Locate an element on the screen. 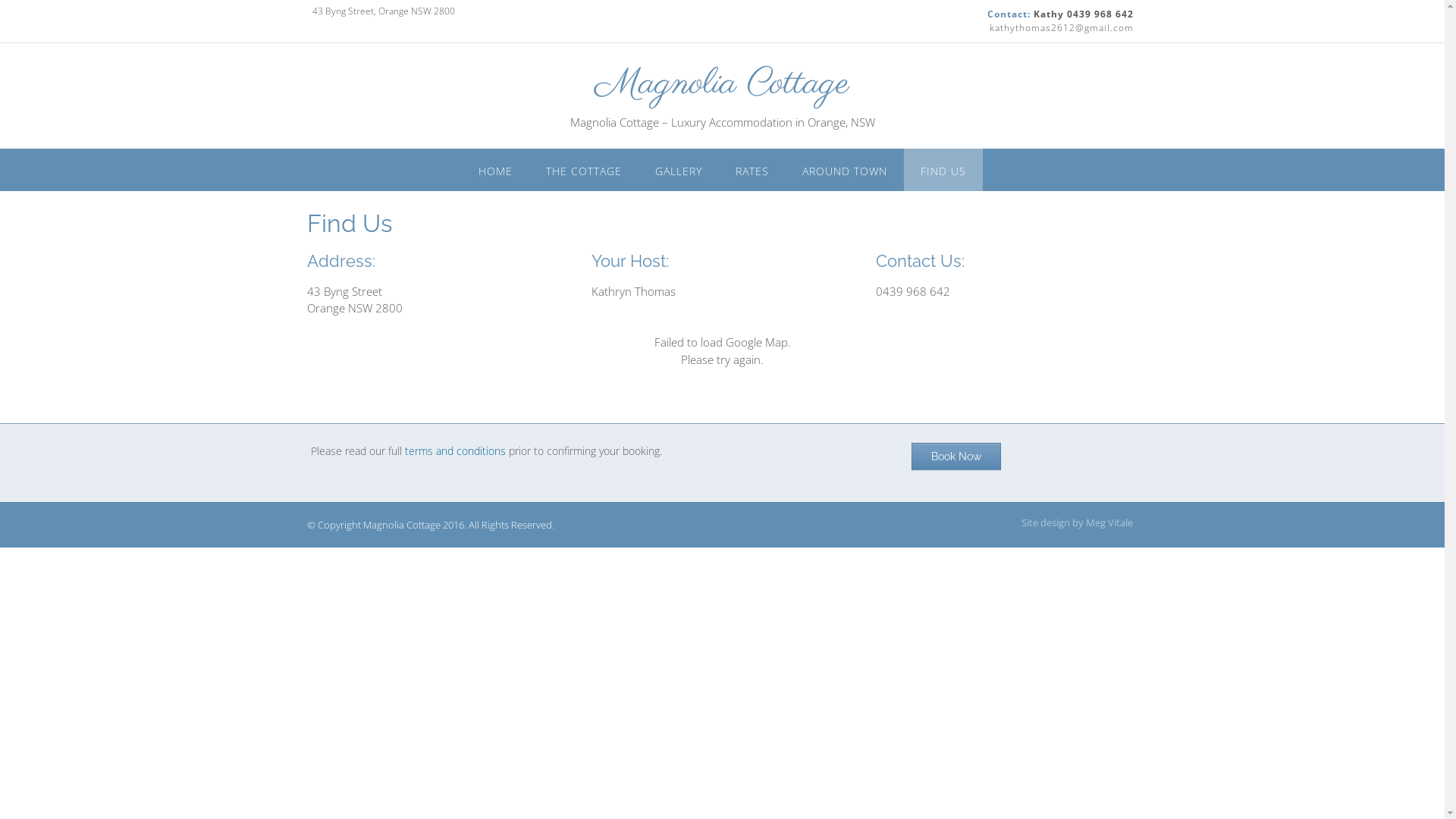 The width and height of the screenshot is (1456, 819). 'Book Now' is located at coordinates (955, 455).